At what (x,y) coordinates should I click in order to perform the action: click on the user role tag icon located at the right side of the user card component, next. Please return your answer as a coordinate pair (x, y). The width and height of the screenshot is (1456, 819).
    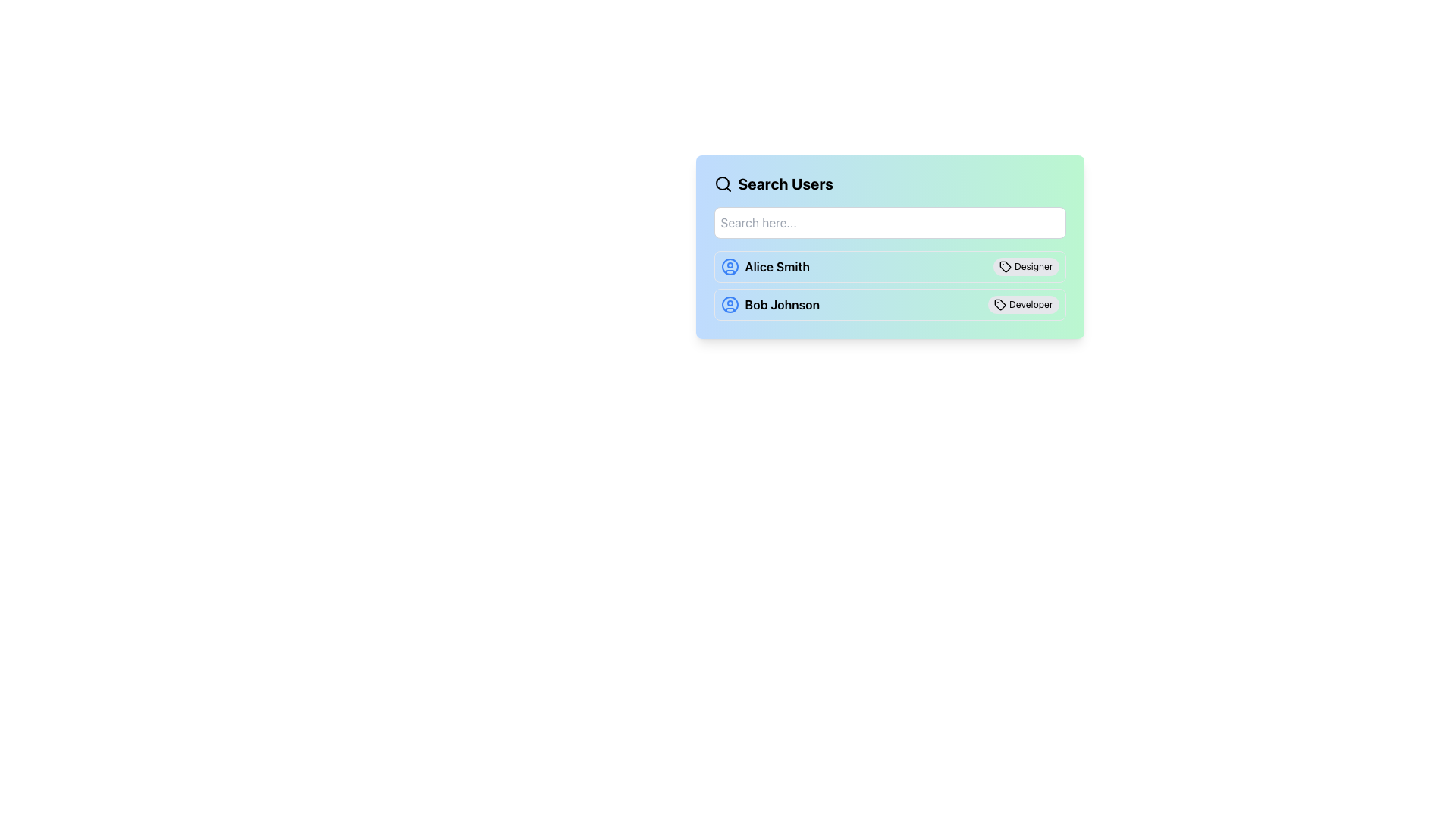
    Looking at the image, I should click on (1005, 265).